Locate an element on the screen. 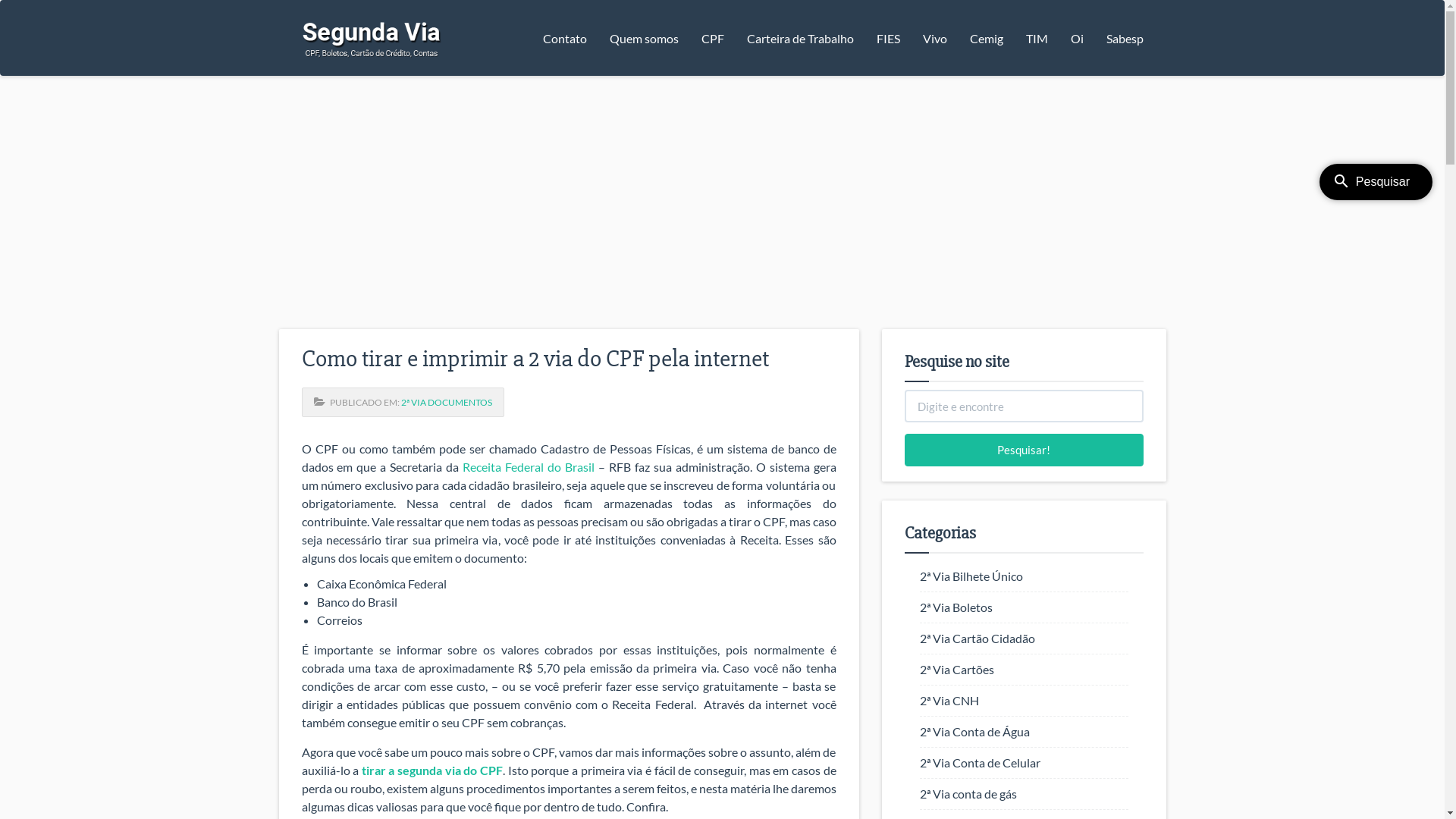 Image resolution: width=1456 pixels, height=819 pixels. 'Quem somos' is located at coordinates (643, 37).